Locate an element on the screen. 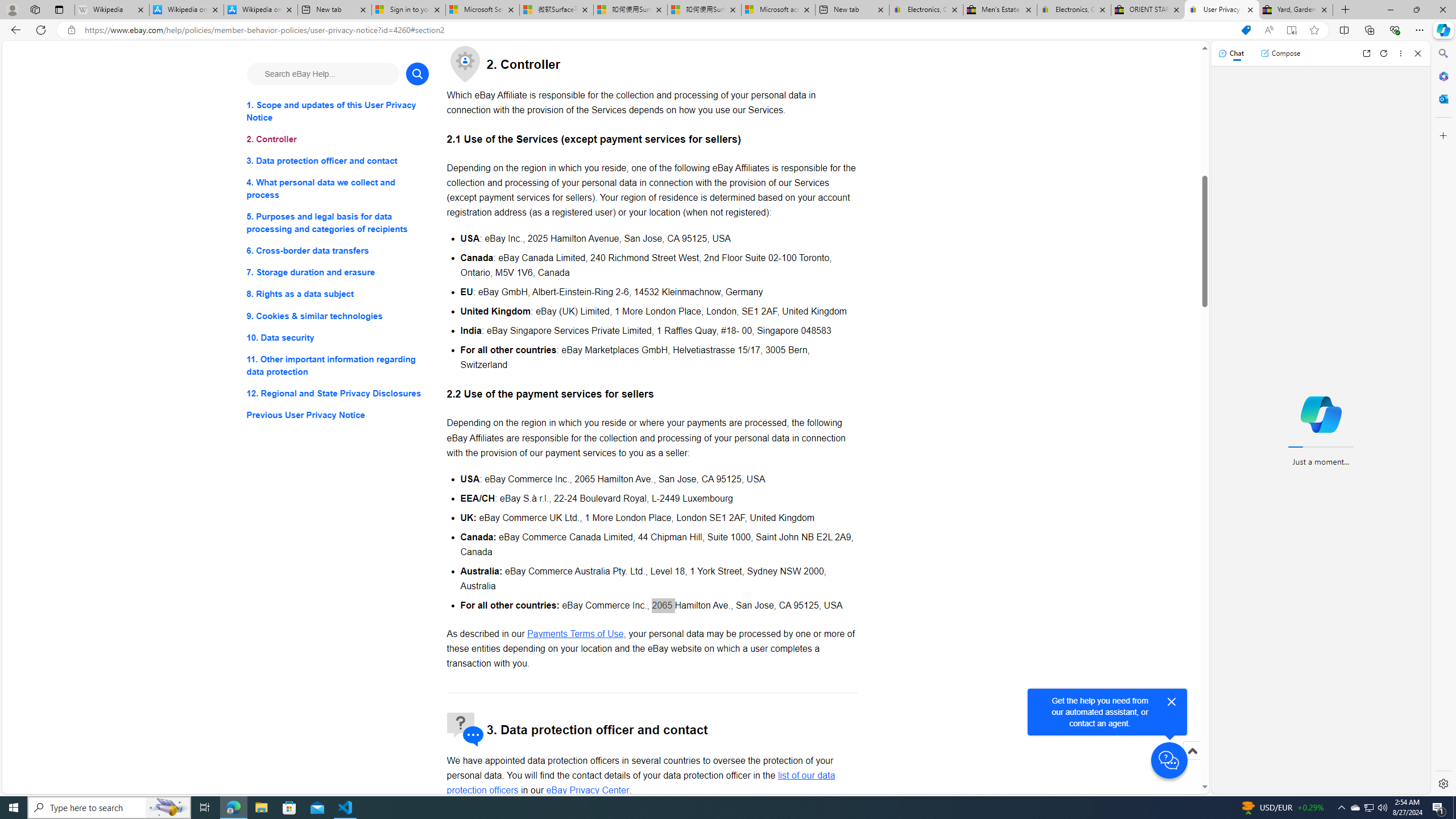 This screenshot has height=819, width=1456. '6. Cross-border data transfers' is located at coordinates (337, 251).